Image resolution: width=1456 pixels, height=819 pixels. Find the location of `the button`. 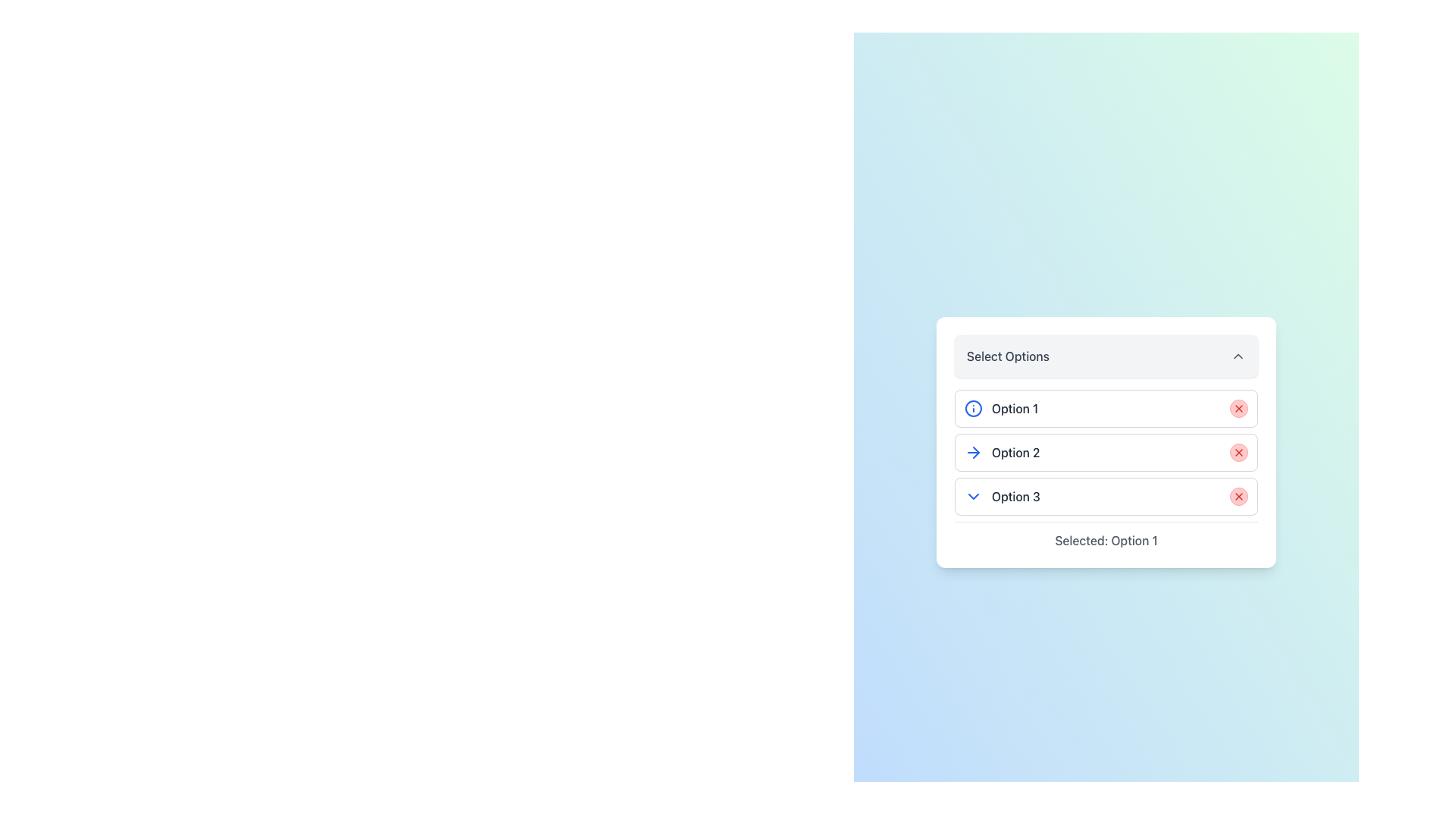

the button is located at coordinates (1238, 451).